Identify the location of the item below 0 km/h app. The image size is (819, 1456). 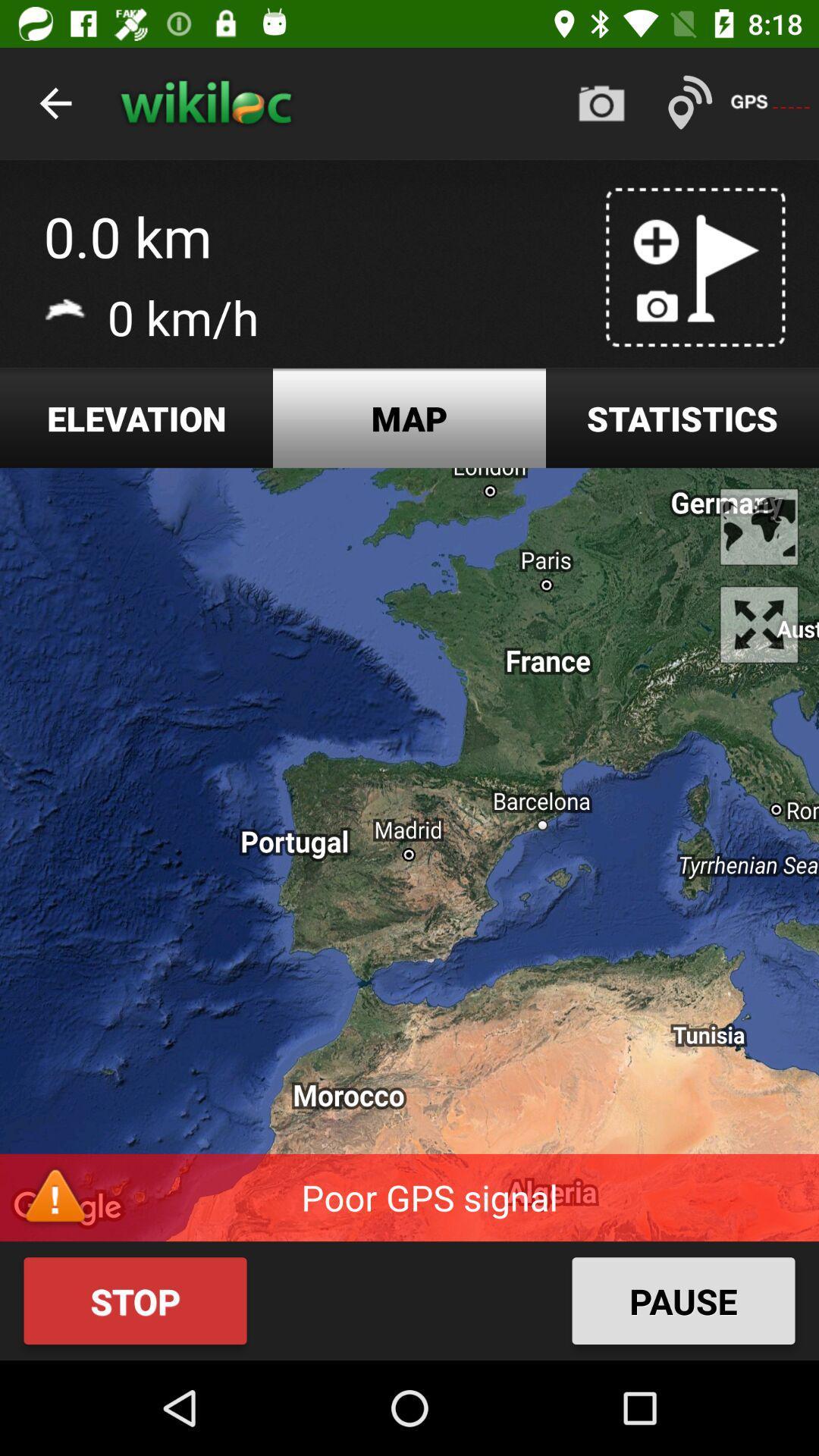
(136, 418).